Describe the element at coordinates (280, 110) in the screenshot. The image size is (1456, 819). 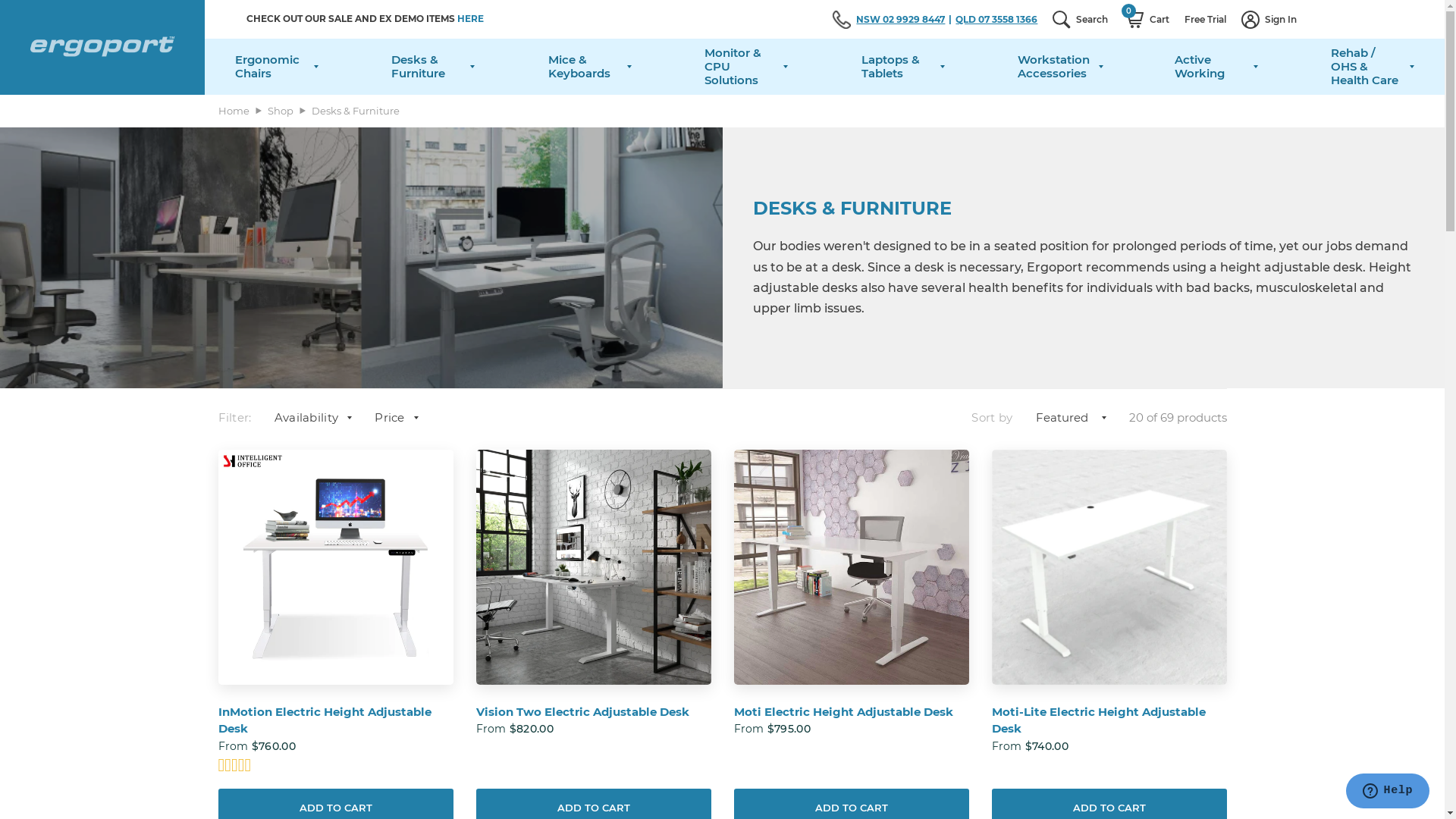
I see `'Shop'` at that location.